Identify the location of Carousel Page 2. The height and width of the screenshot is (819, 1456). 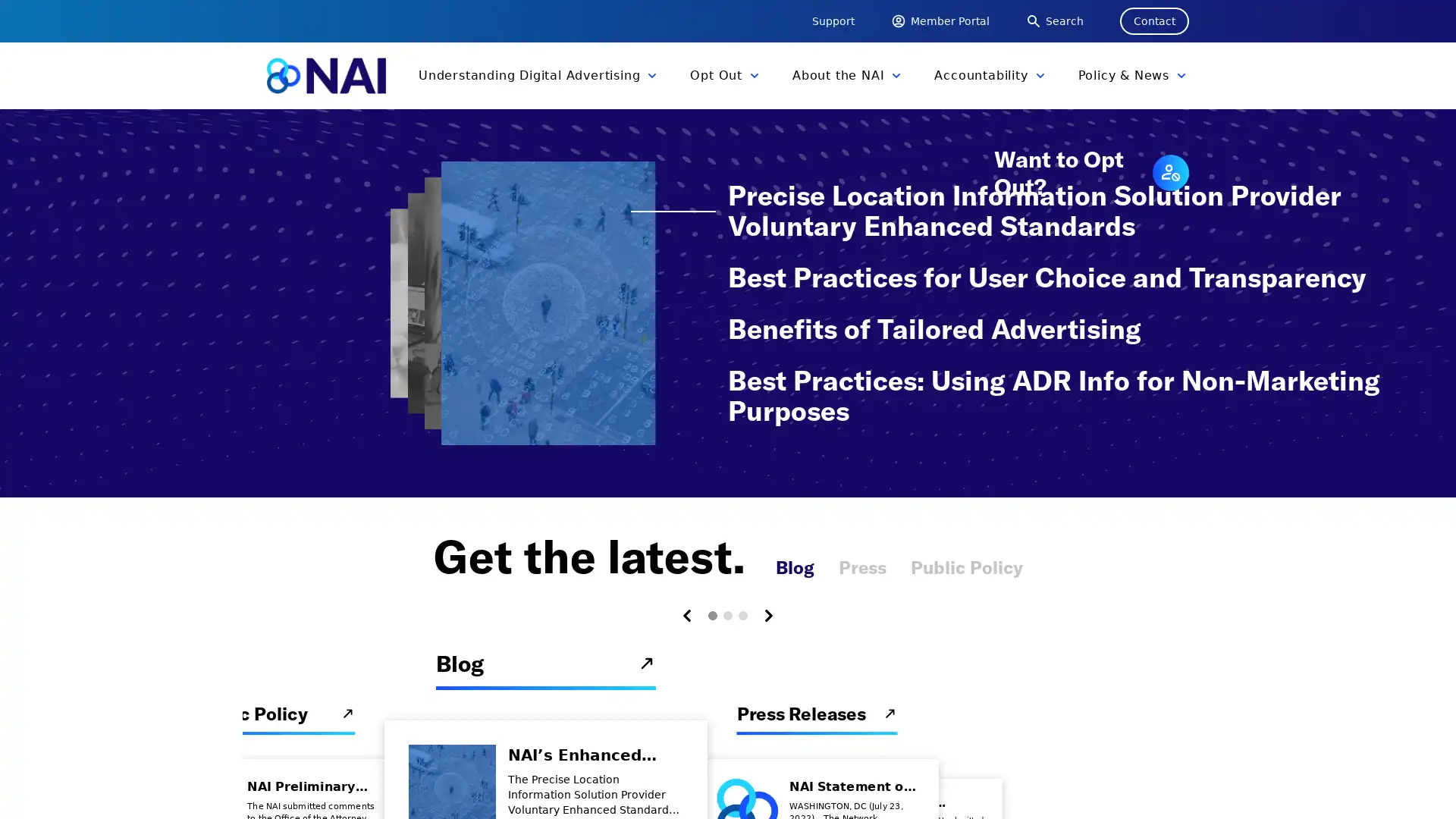
(728, 616).